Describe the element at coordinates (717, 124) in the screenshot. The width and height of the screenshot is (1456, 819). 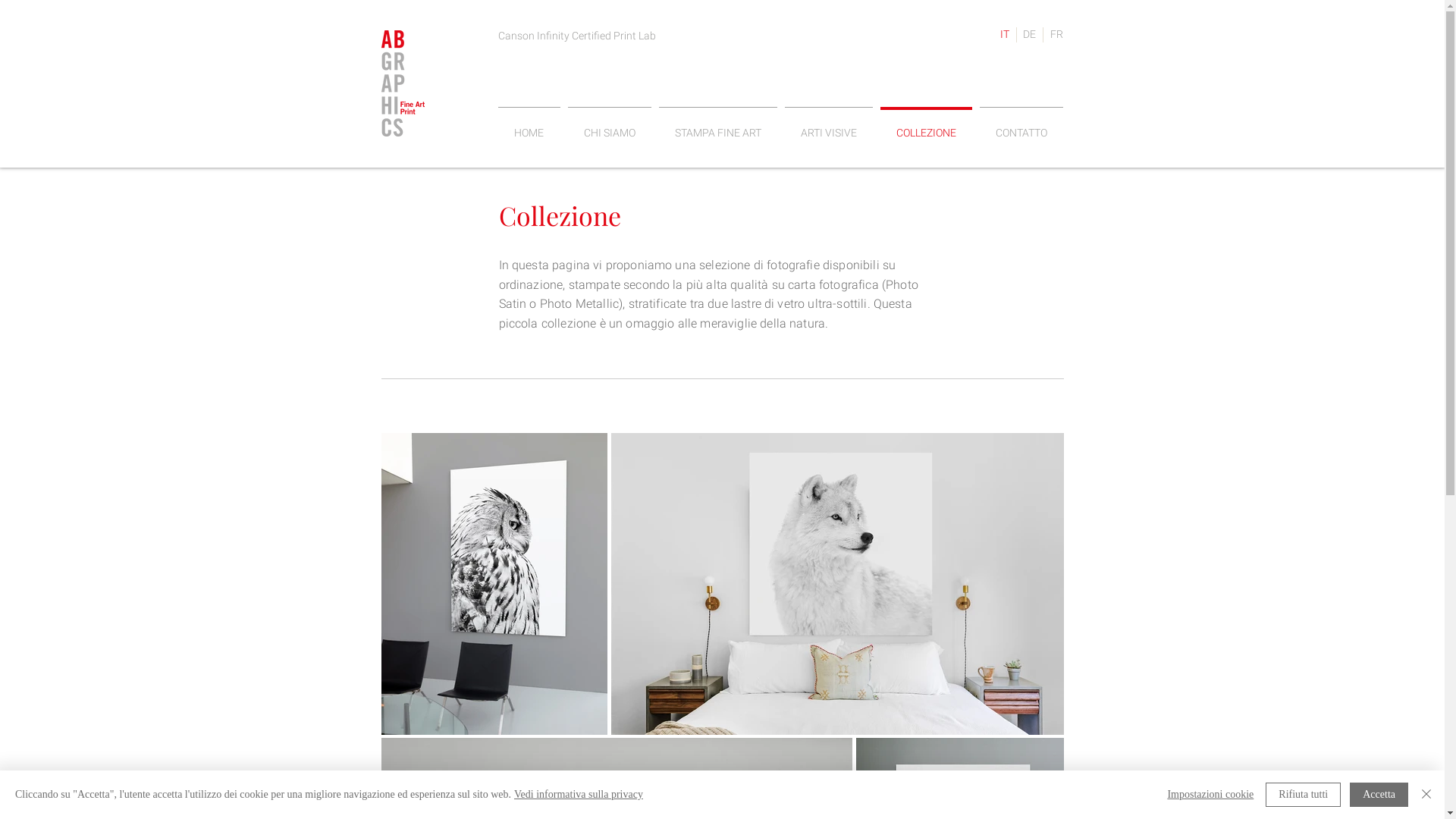
I see `'STAMPA FINE ART'` at that location.